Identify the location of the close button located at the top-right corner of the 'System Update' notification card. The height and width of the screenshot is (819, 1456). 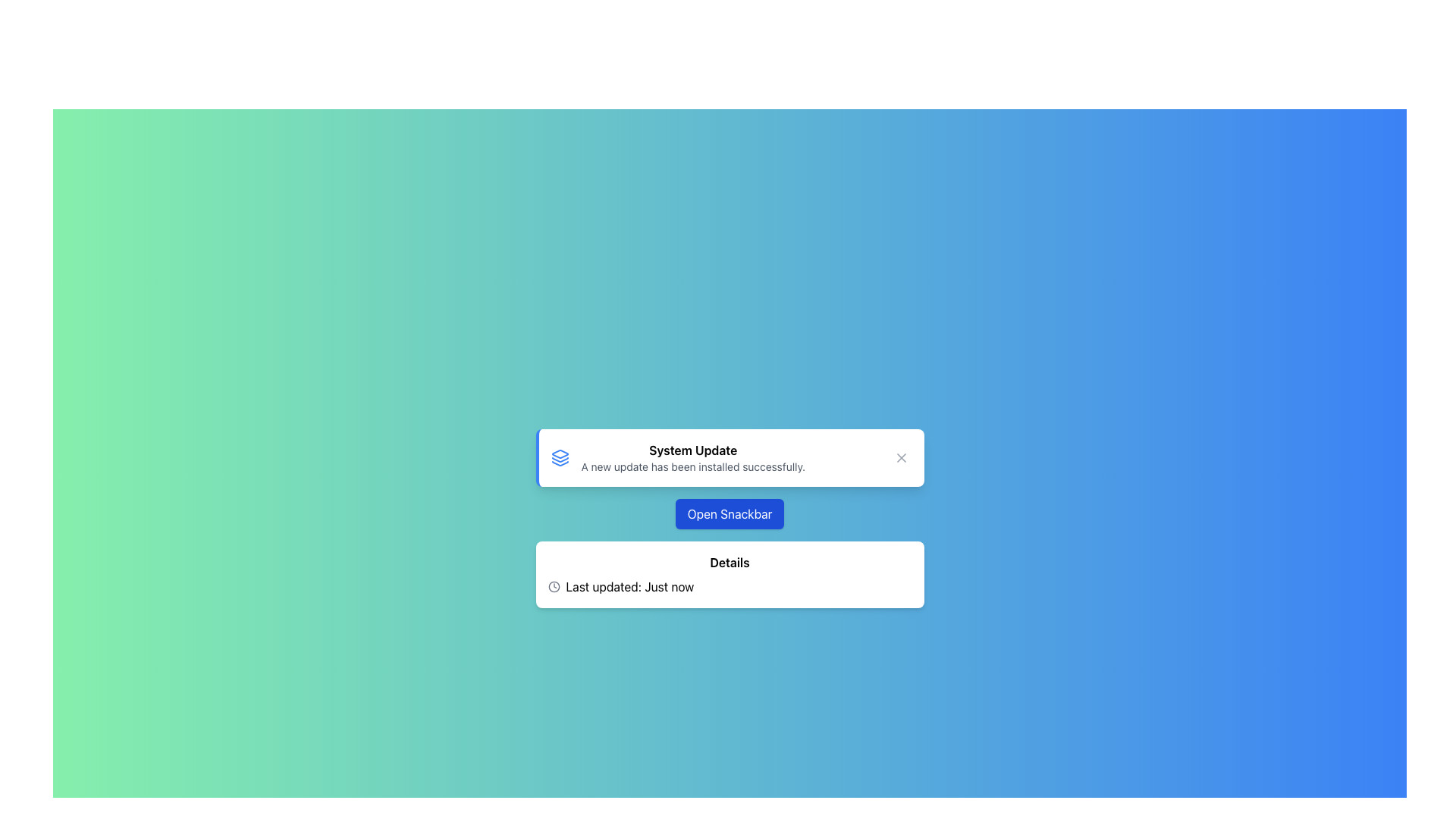
(901, 457).